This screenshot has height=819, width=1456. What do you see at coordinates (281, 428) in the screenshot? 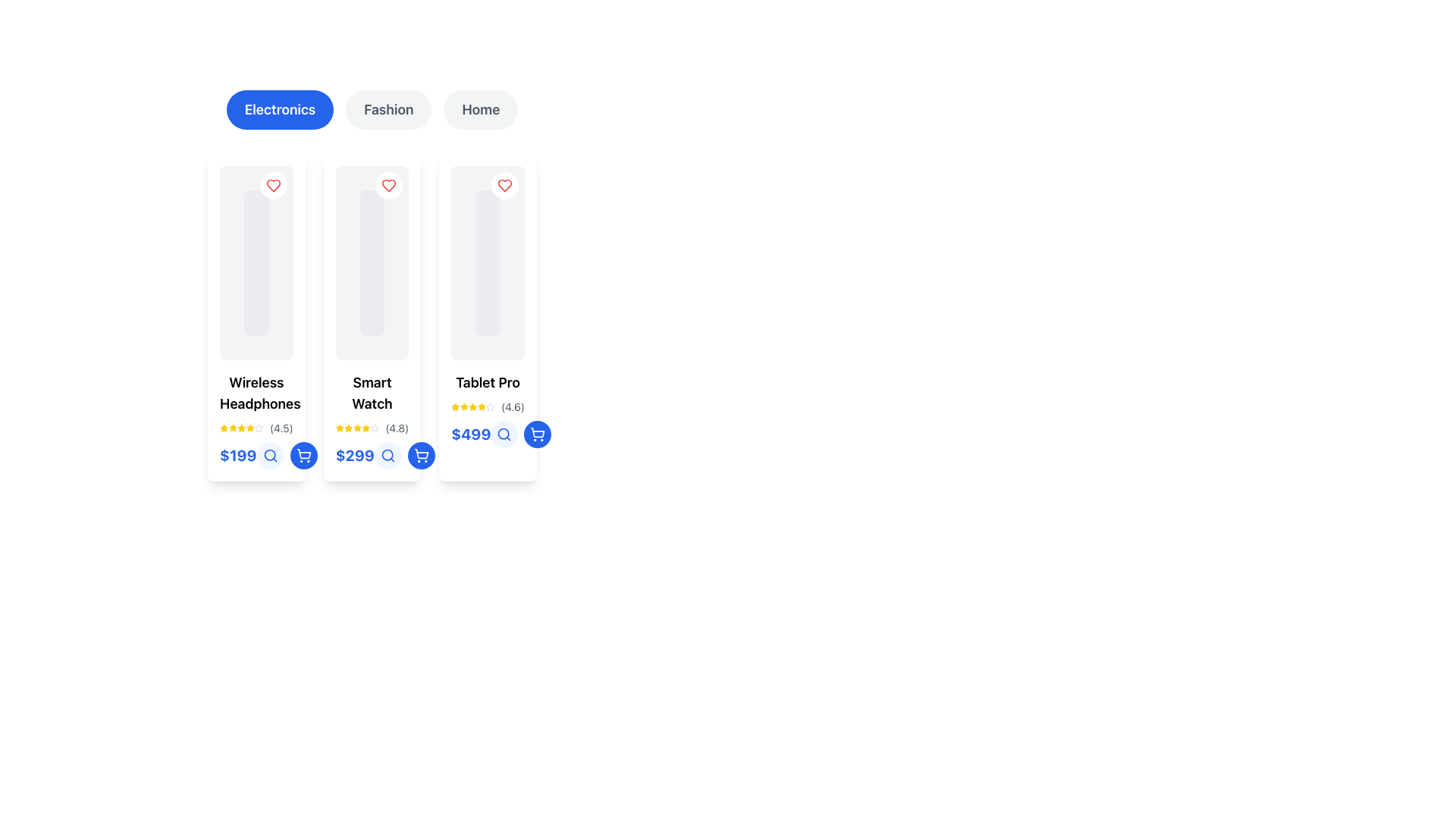
I see `rating value displayed as '(4.5)' in small gray text next to the yellow stars for the 'Wireless Headphones' product` at bounding box center [281, 428].